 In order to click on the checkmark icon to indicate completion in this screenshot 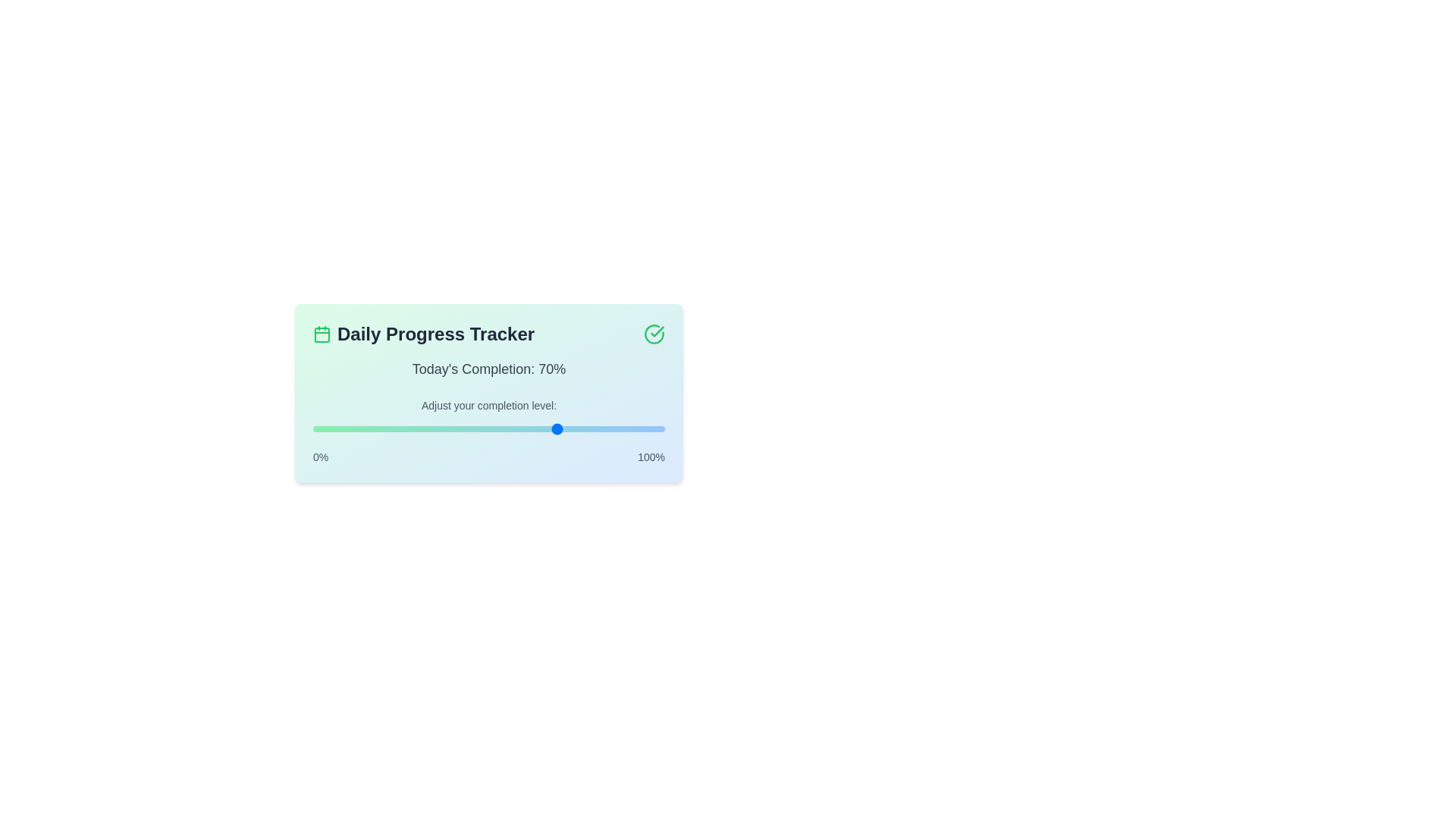, I will do `click(654, 333)`.